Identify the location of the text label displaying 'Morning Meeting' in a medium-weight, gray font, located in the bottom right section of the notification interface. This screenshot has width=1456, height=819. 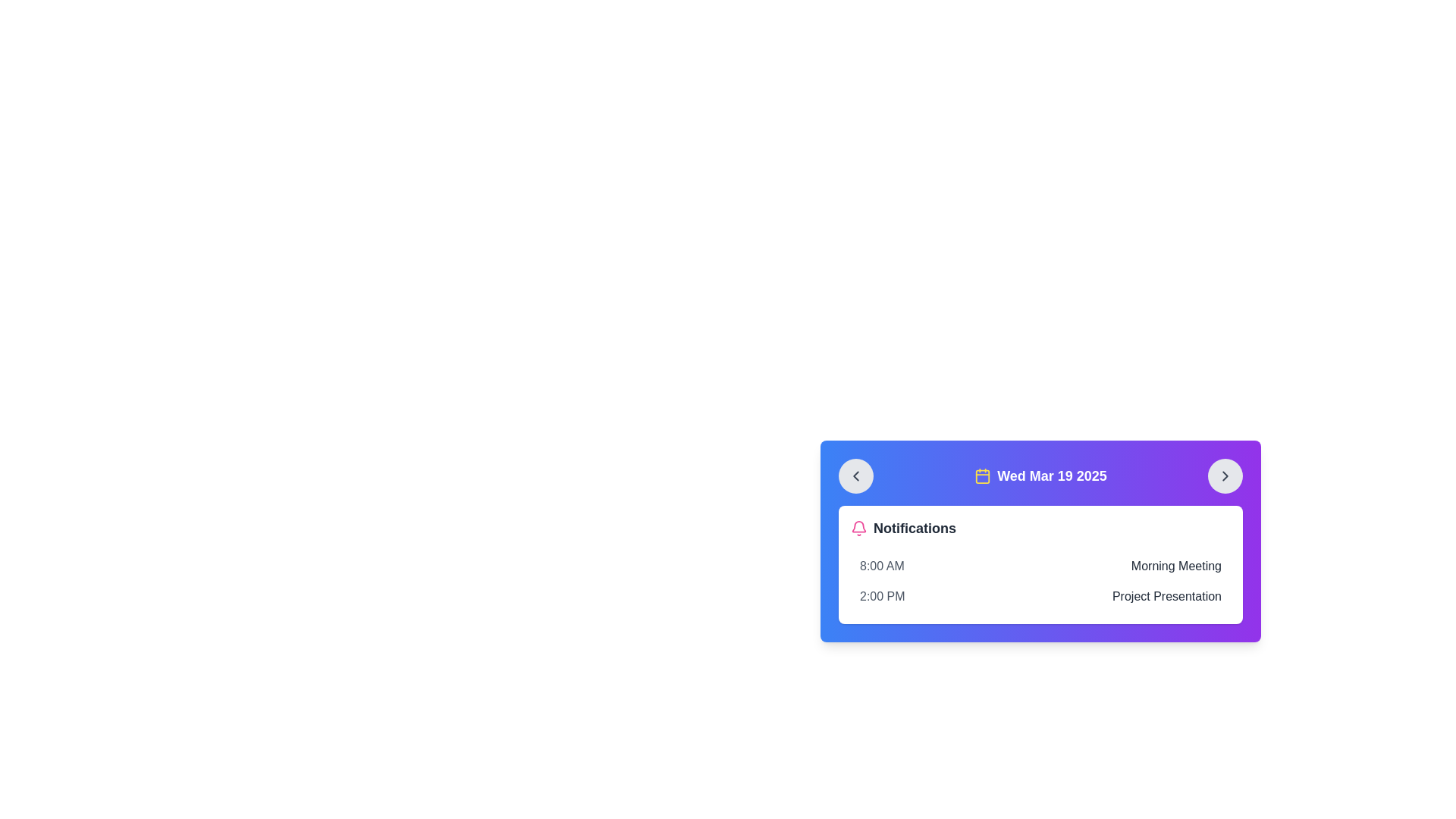
(1175, 566).